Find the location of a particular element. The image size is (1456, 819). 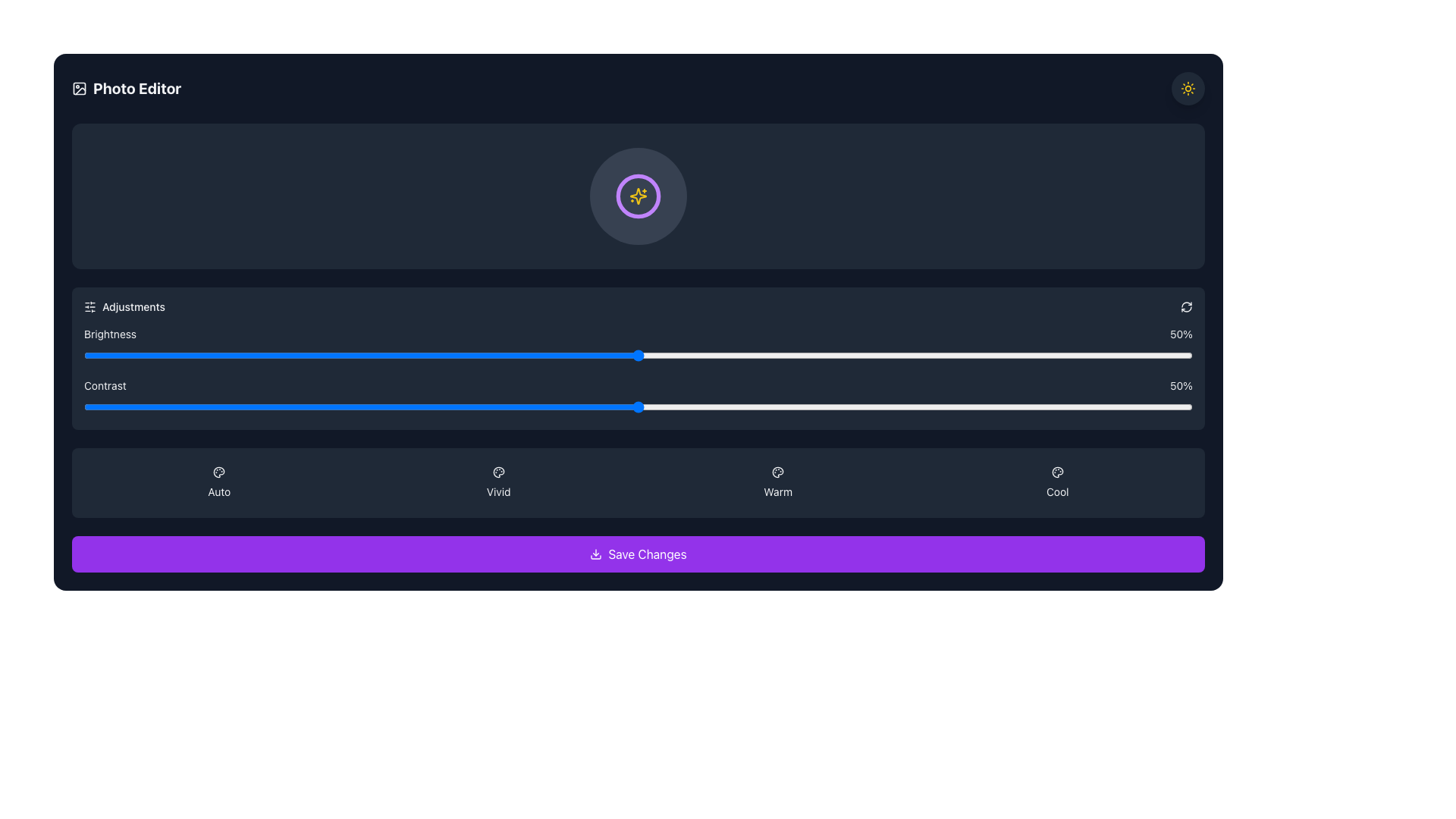

the value of the slider is located at coordinates (1026, 406).